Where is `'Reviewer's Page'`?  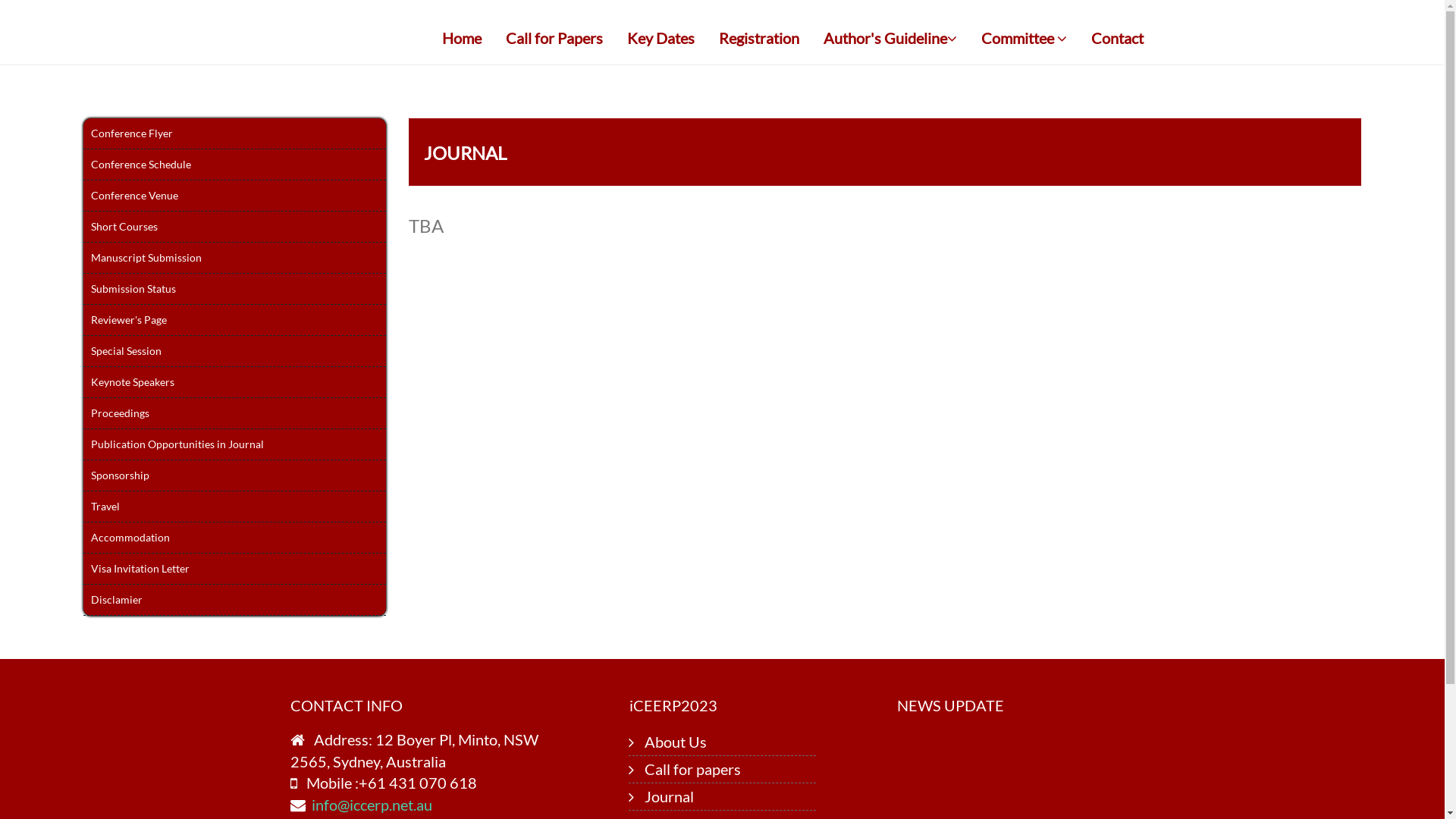 'Reviewer's Page' is located at coordinates (234, 319).